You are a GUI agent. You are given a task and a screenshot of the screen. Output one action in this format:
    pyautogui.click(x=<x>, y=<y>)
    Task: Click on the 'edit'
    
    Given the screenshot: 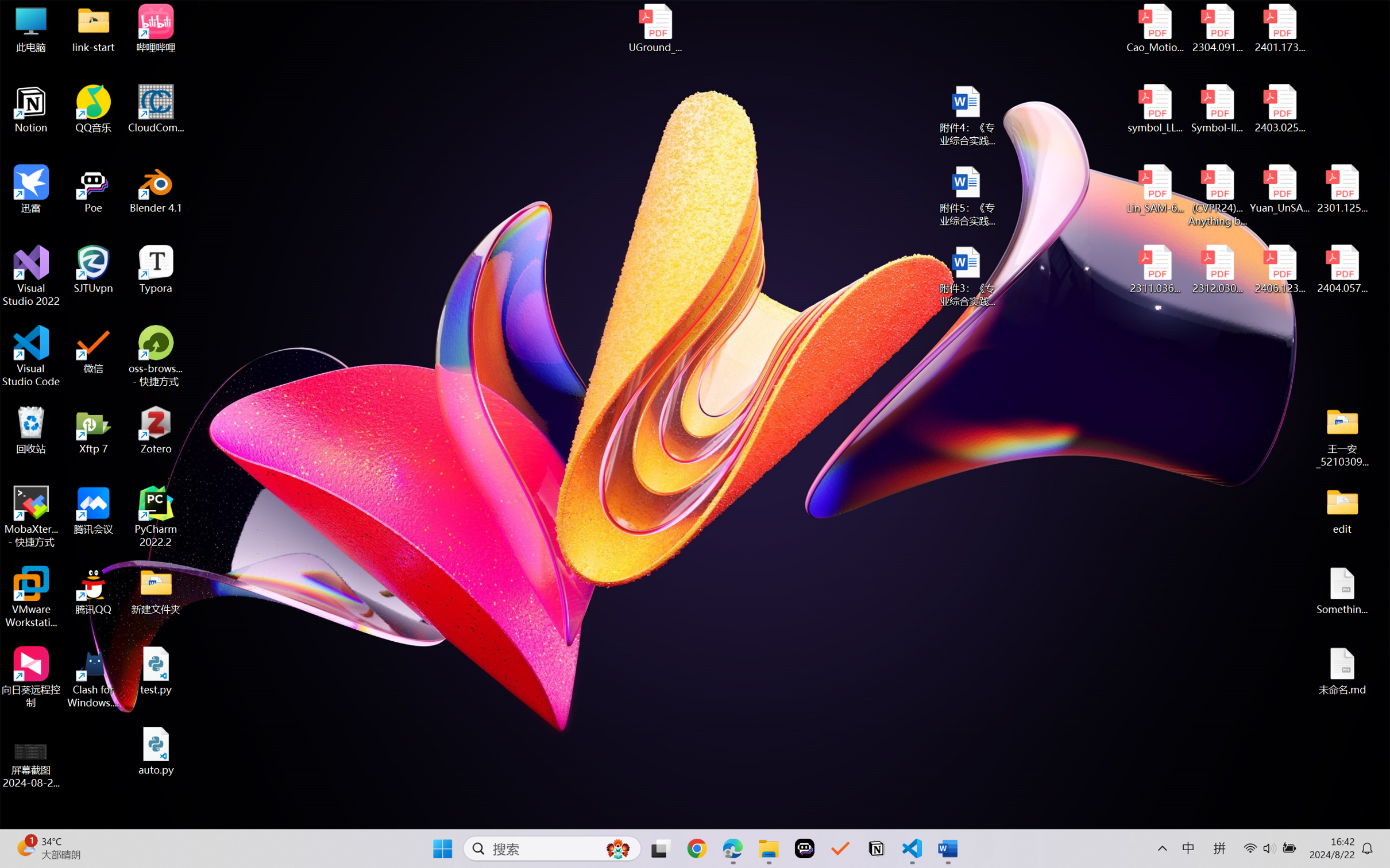 What is the action you would take?
    pyautogui.click(x=1341, y=509)
    